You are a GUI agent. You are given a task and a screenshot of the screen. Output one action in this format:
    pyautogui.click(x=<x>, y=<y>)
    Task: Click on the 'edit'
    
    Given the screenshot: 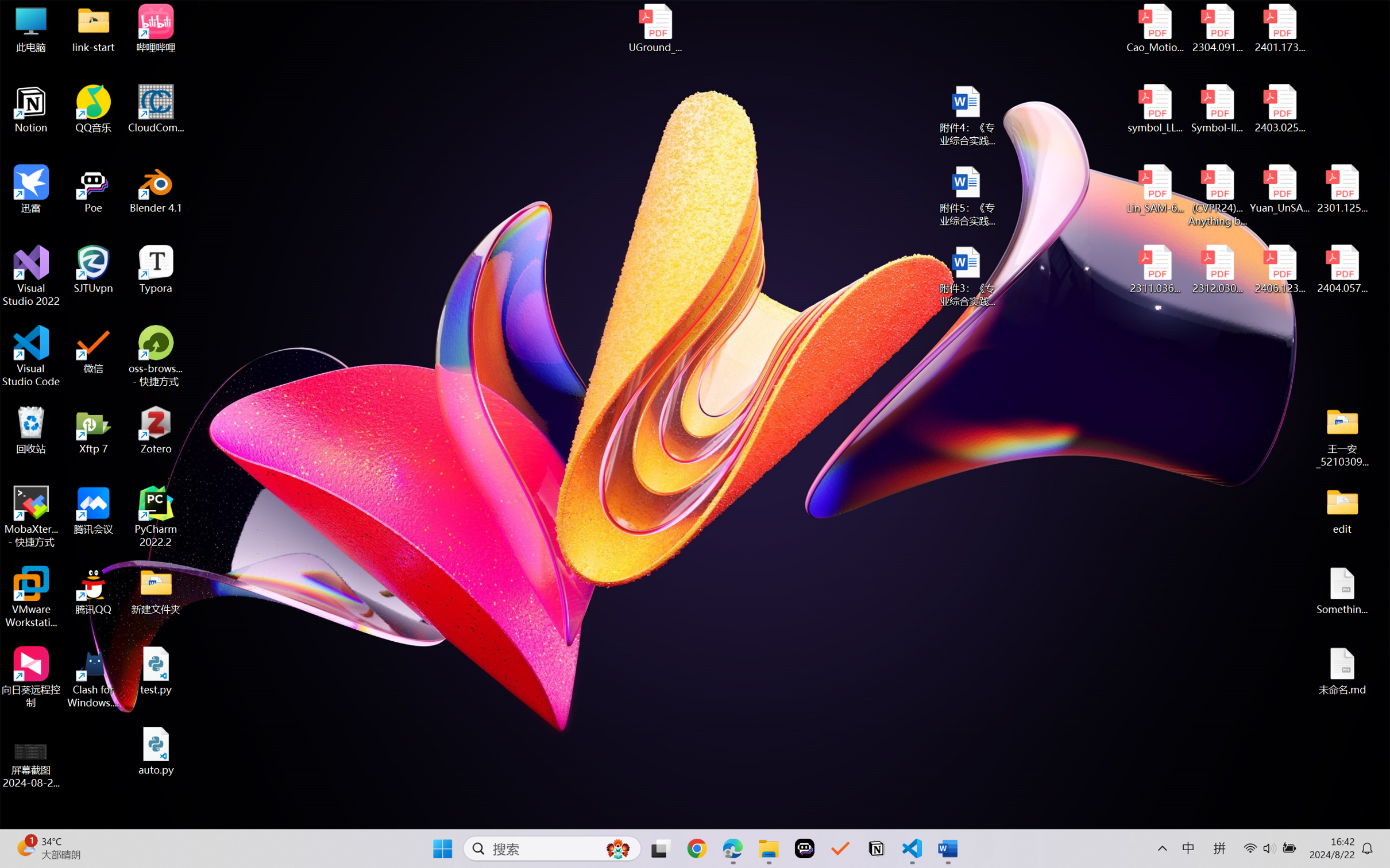 What is the action you would take?
    pyautogui.click(x=1341, y=509)
    